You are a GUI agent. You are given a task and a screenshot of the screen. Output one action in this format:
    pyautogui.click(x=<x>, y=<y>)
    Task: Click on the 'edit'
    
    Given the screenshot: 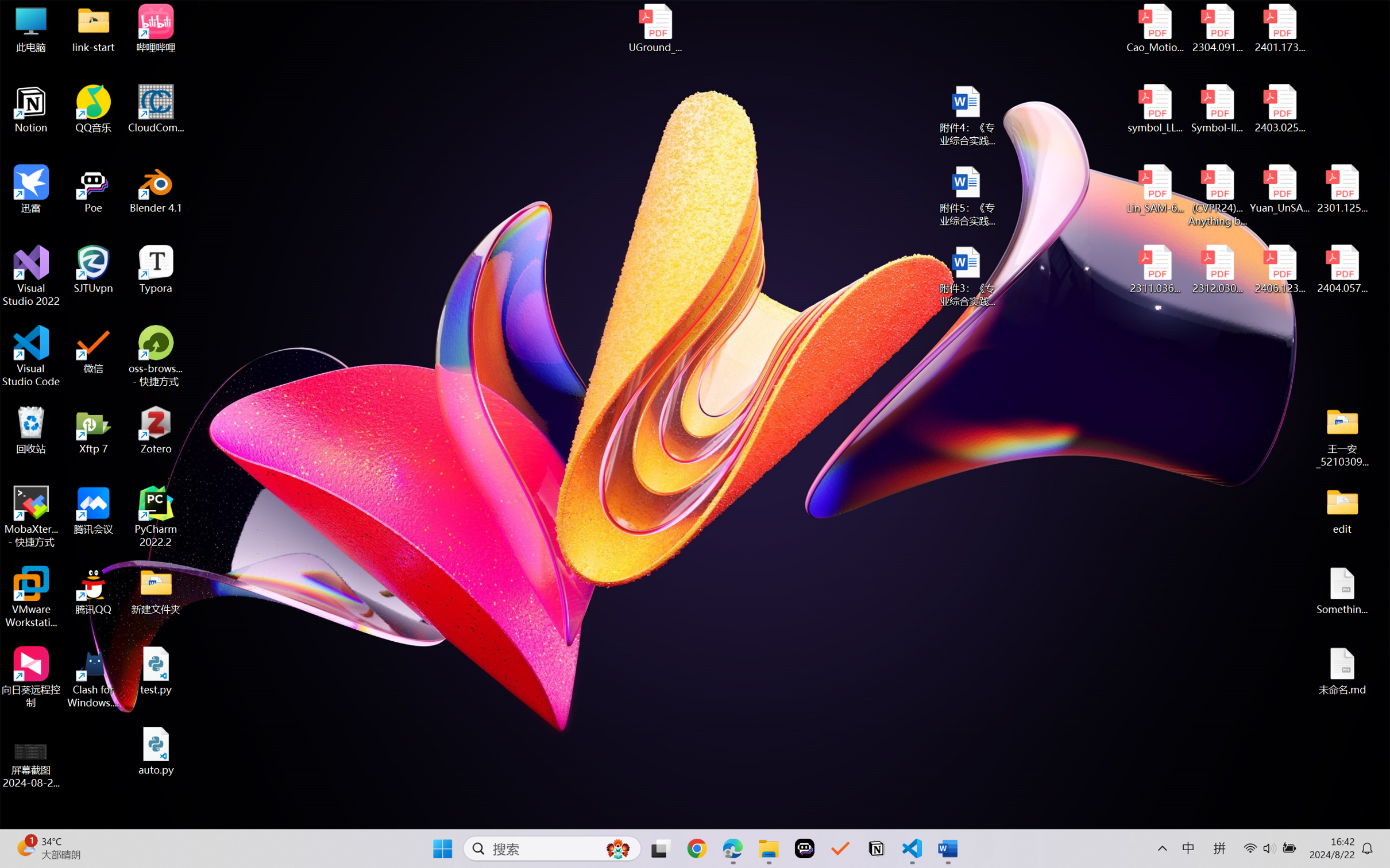 What is the action you would take?
    pyautogui.click(x=1341, y=509)
    